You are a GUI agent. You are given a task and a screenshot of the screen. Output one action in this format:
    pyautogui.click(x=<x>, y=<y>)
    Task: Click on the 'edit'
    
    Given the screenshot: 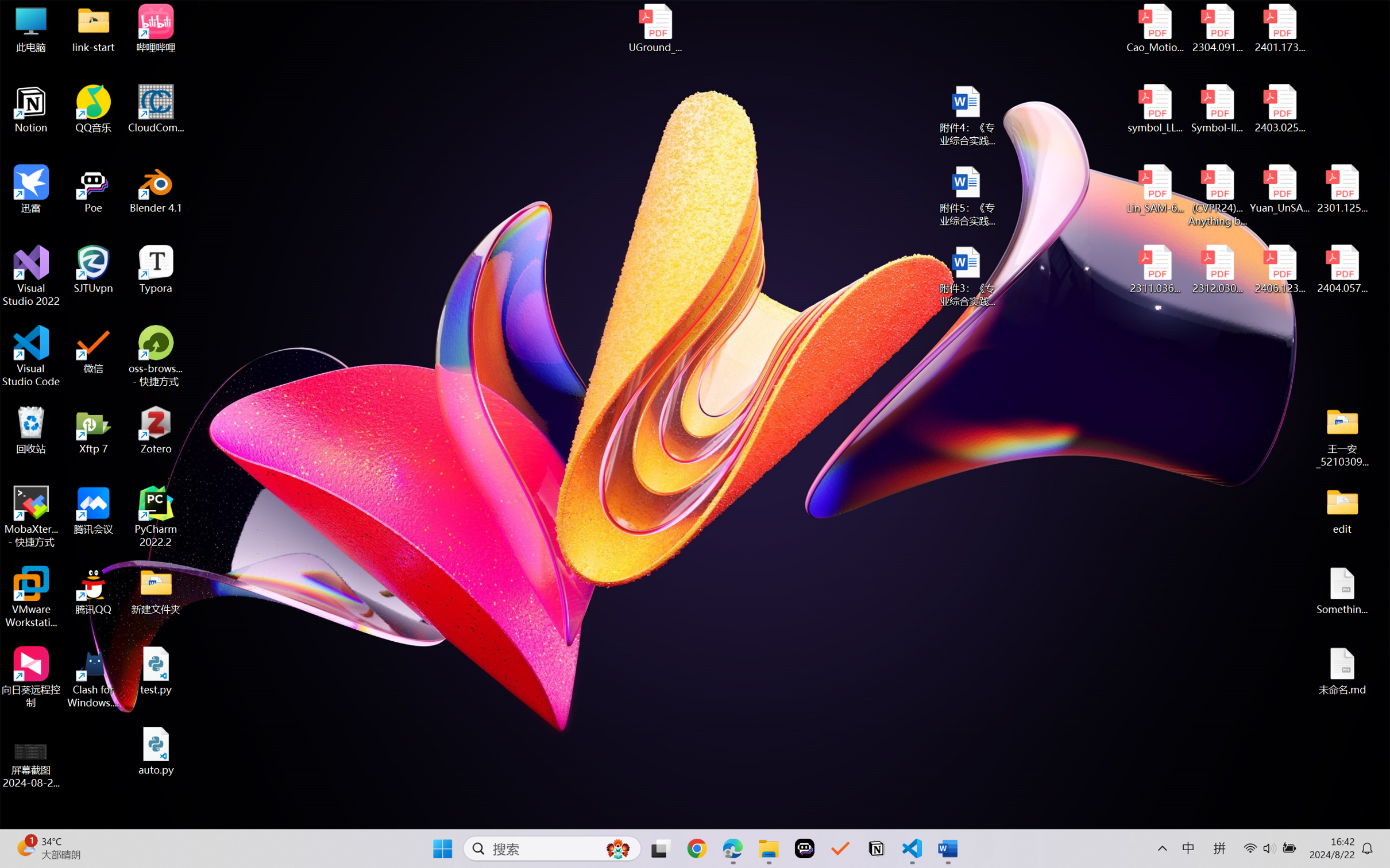 What is the action you would take?
    pyautogui.click(x=1341, y=509)
    